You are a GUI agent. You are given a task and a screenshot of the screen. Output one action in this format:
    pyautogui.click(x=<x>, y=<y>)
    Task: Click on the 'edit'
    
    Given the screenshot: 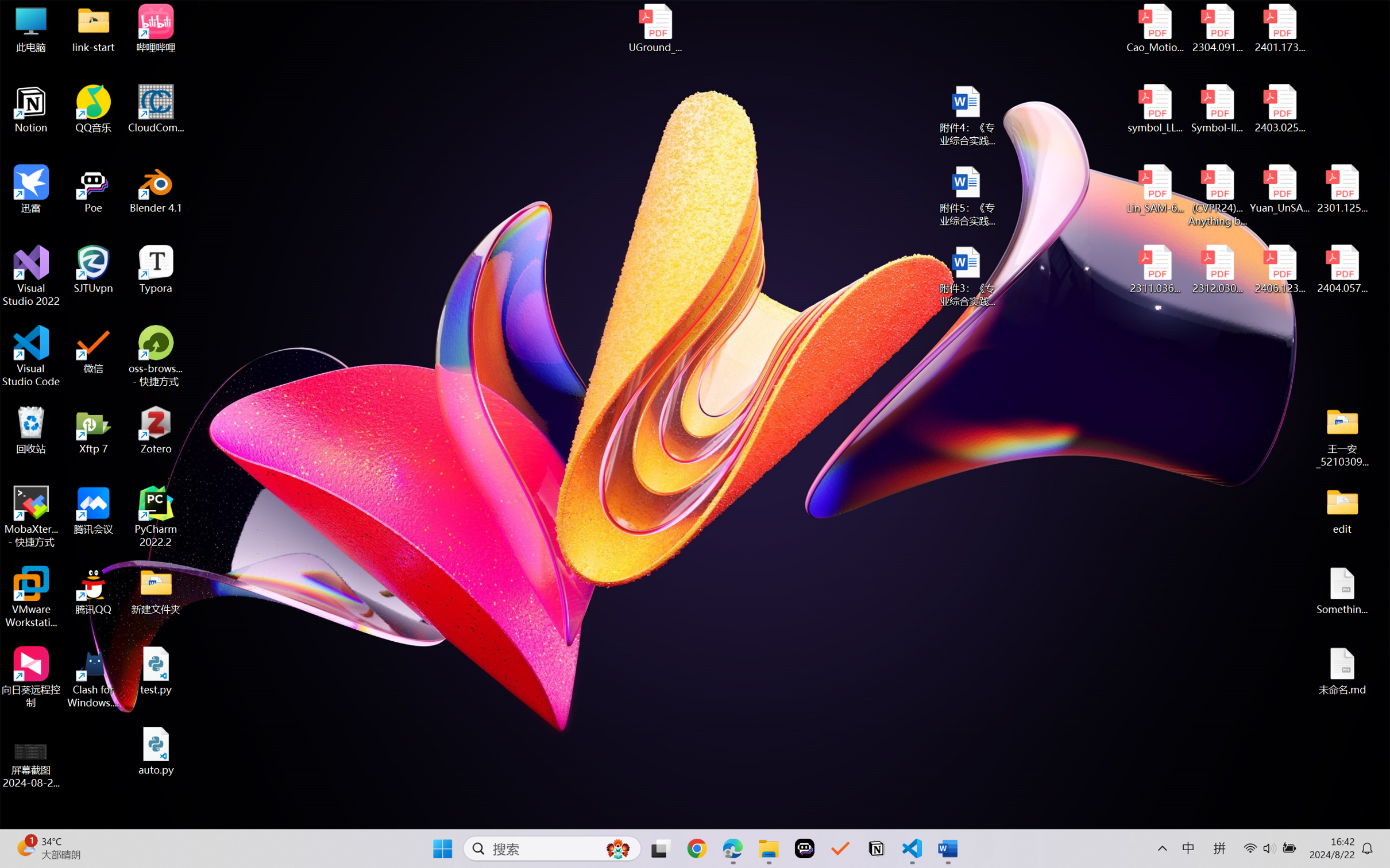 What is the action you would take?
    pyautogui.click(x=1341, y=509)
    